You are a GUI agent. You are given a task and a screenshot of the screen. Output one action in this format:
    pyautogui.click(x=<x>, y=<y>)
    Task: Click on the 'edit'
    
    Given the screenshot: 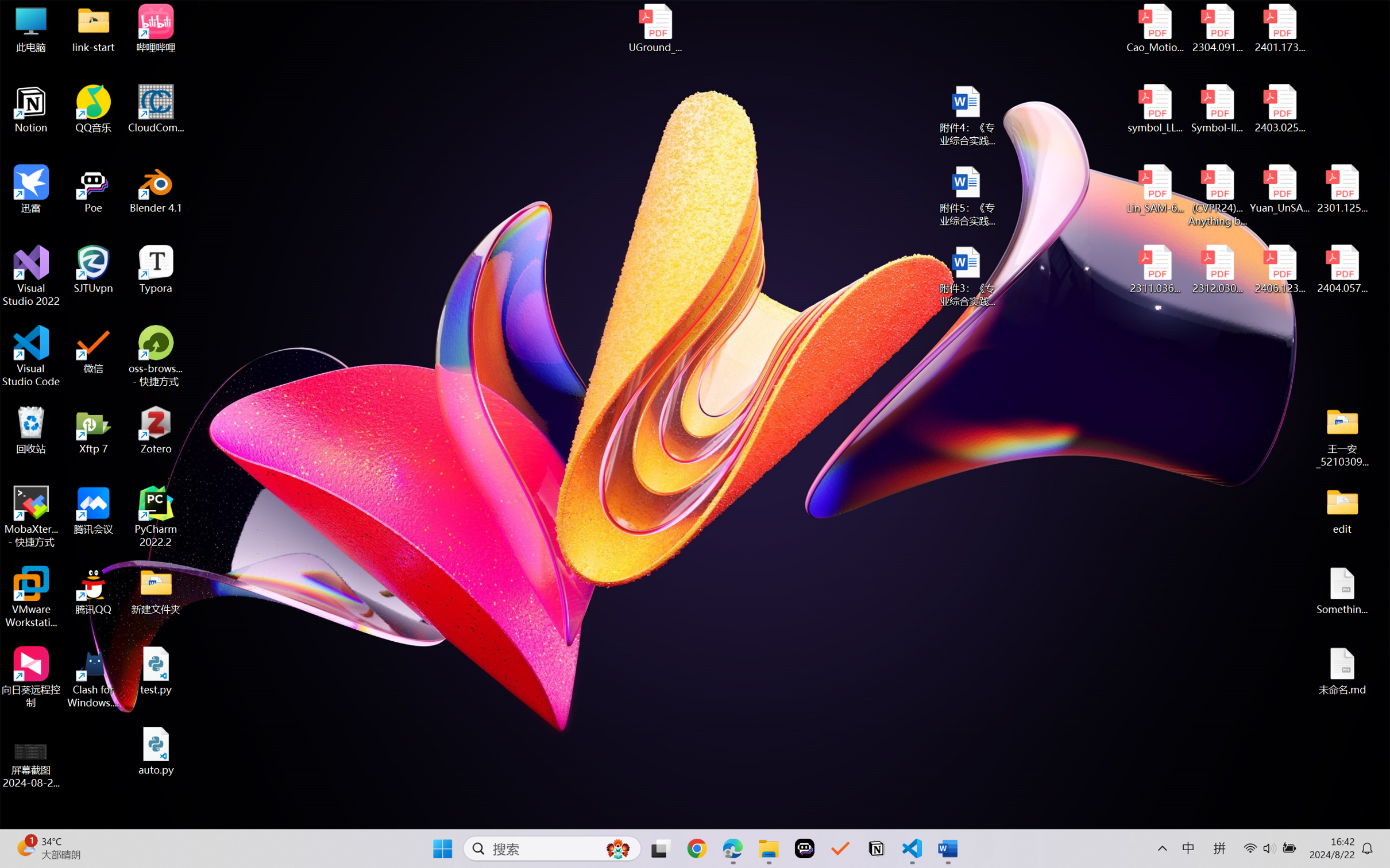 What is the action you would take?
    pyautogui.click(x=1341, y=509)
    